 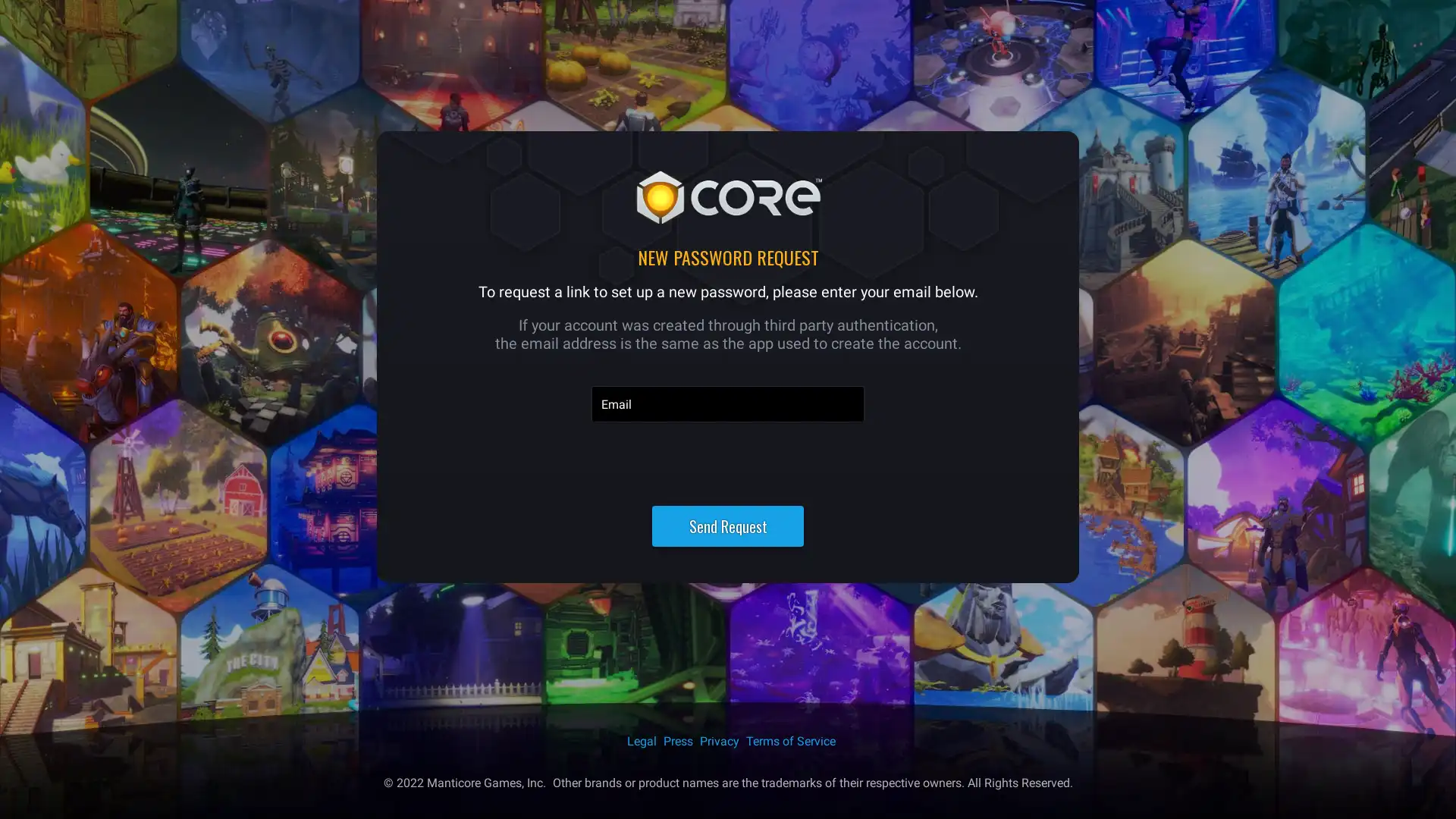 I want to click on Send Request, so click(x=728, y=526).